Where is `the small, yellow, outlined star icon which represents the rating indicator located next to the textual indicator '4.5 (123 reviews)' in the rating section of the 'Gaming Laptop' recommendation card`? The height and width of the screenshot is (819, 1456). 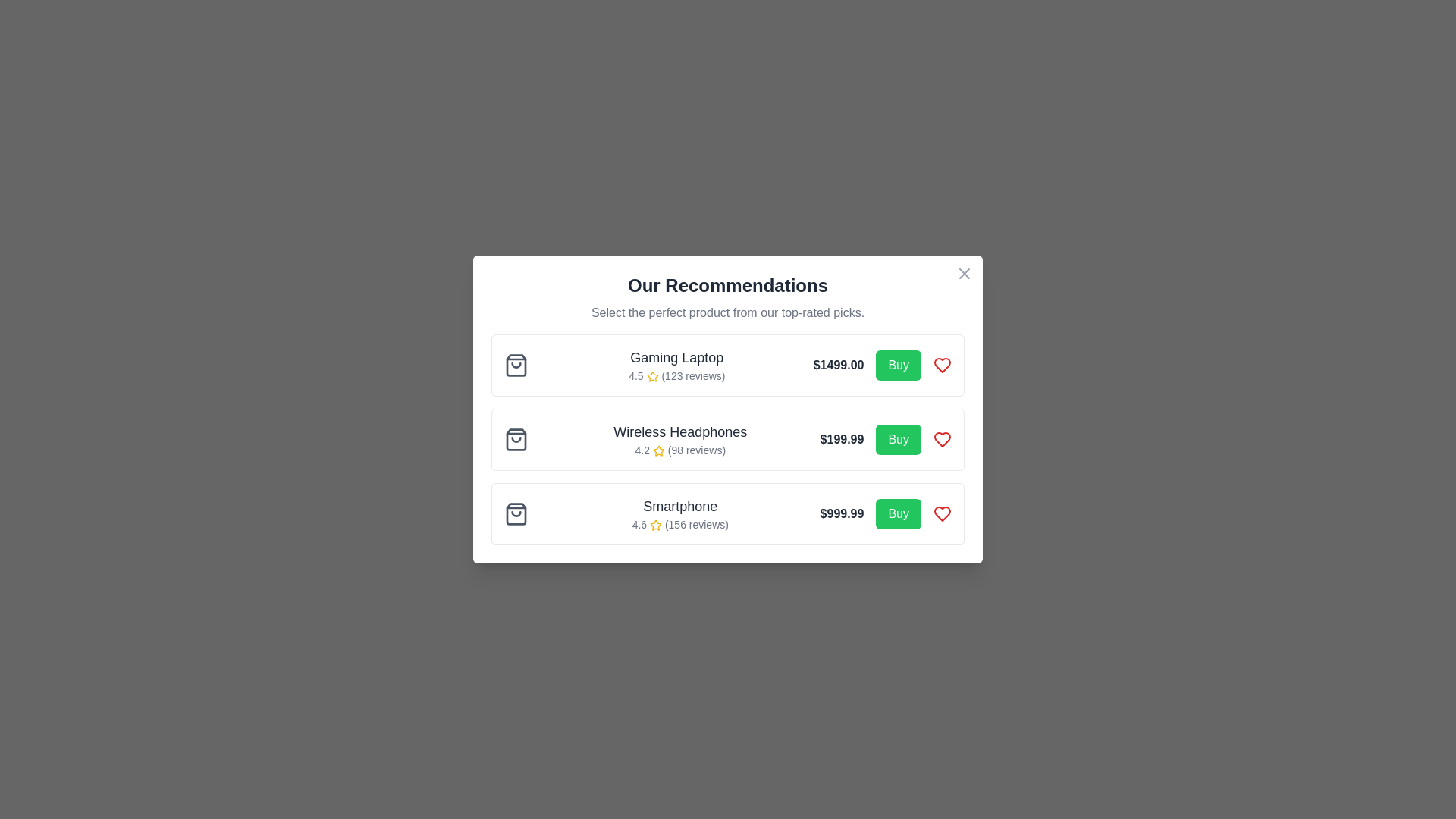 the small, yellow, outlined star icon which represents the rating indicator located next to the textual indicator '4.5 (123 reviews)' in the rating section of the 'Gaming Laptop' recommendation card is located at coordinates (652, 376).